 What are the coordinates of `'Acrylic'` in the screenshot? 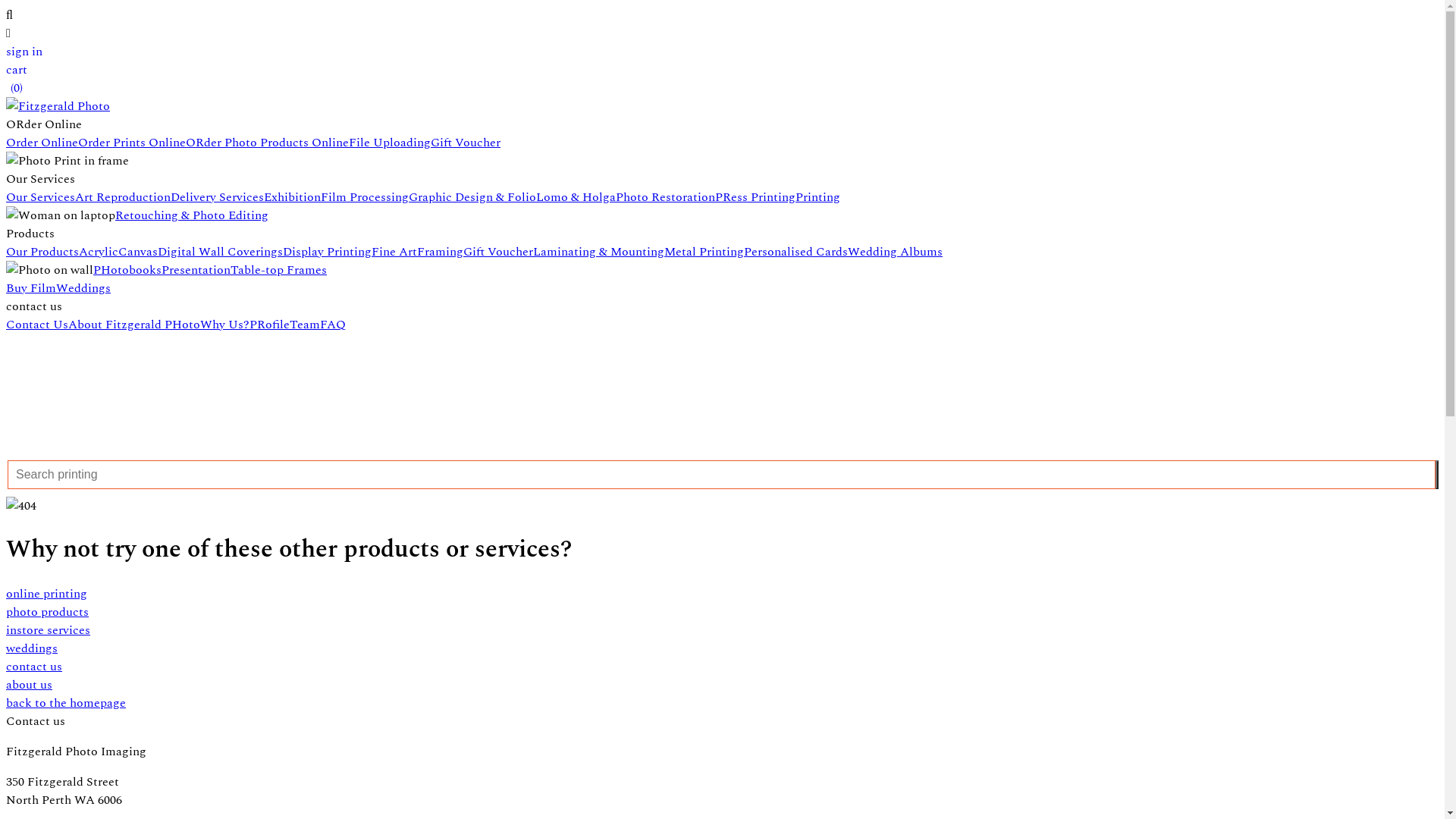 It's located at (97, 250).